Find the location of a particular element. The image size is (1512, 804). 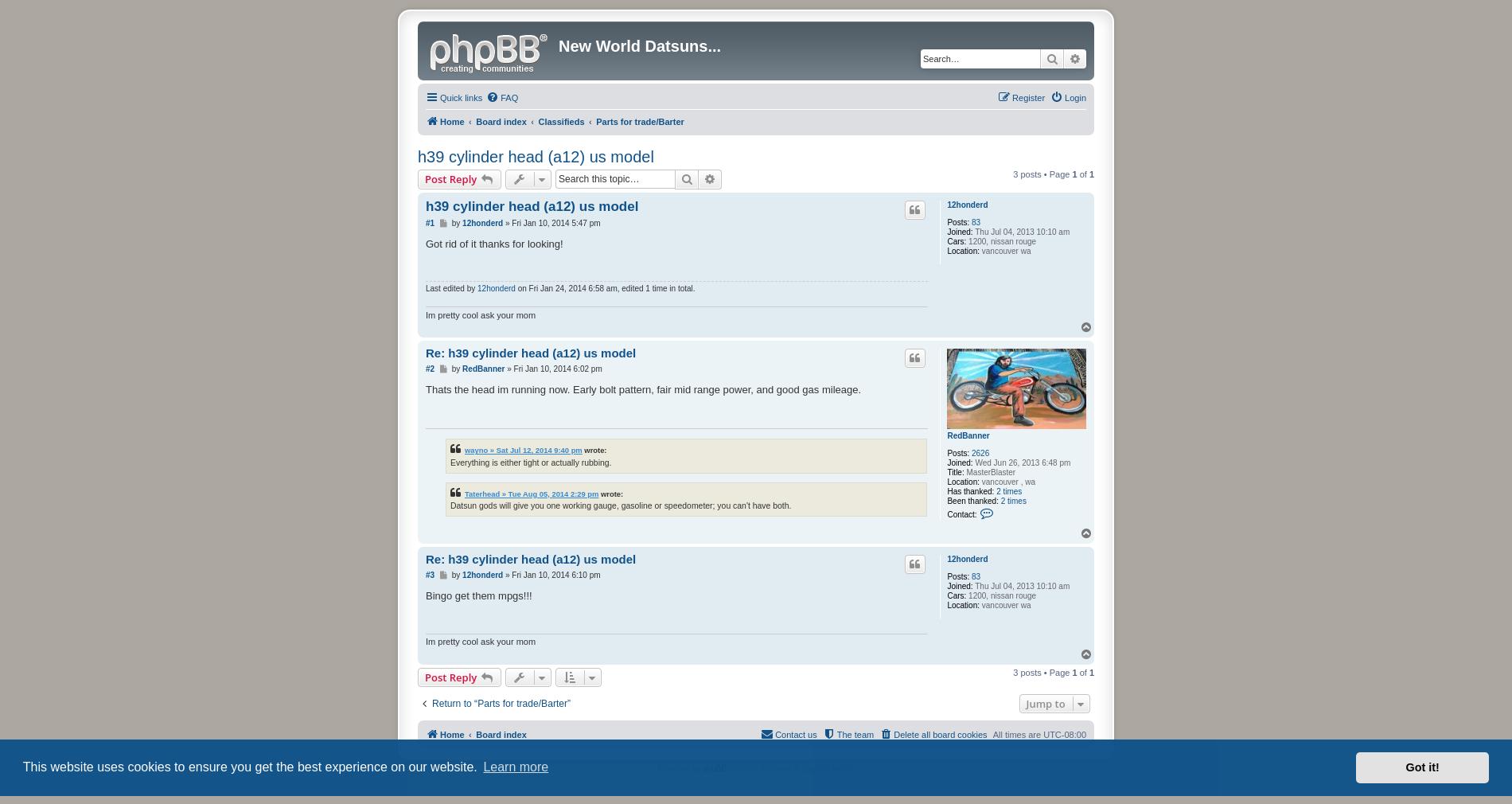

'Return to “Parts for trade/Barter”' is located at coordinates (501, 703).